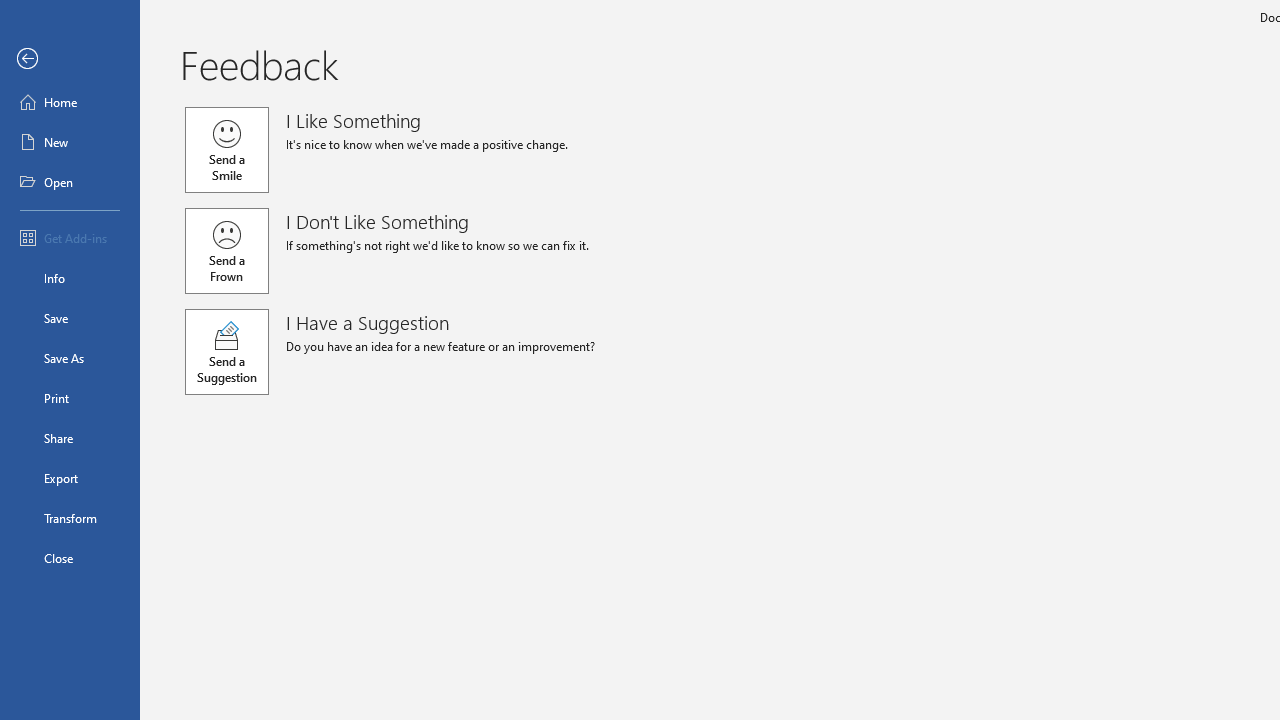 This screenshot has height=720, width=1280. What do you see at coordinates (227, 249) in the screenshot?
I see `'Send a Frown'` at bounding box center [227, 249].